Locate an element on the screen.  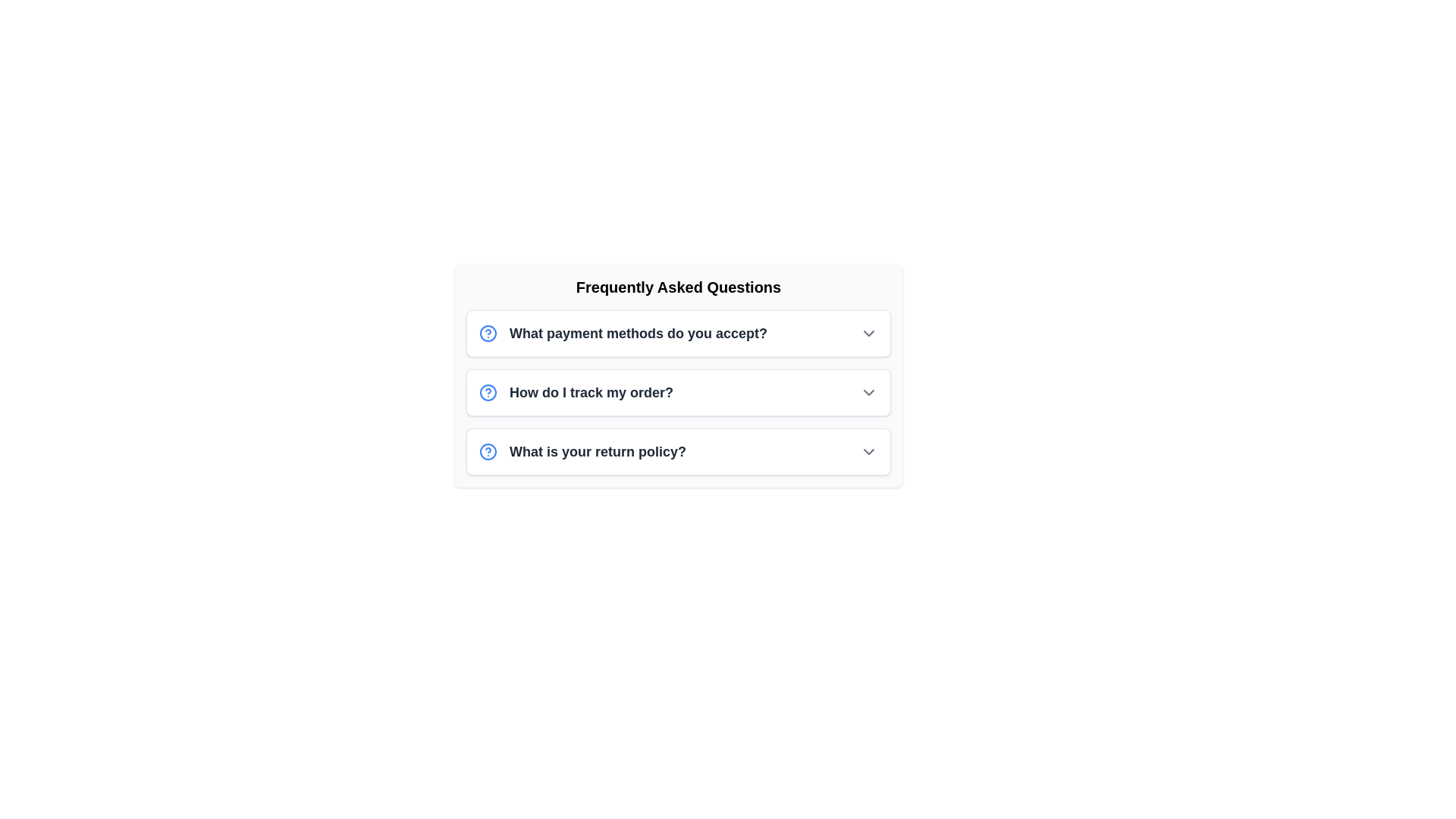
the decorative circular element located to the left of the text 'What payment methods do you accept?' in the FAQ section is located at coordinates (488, 332).